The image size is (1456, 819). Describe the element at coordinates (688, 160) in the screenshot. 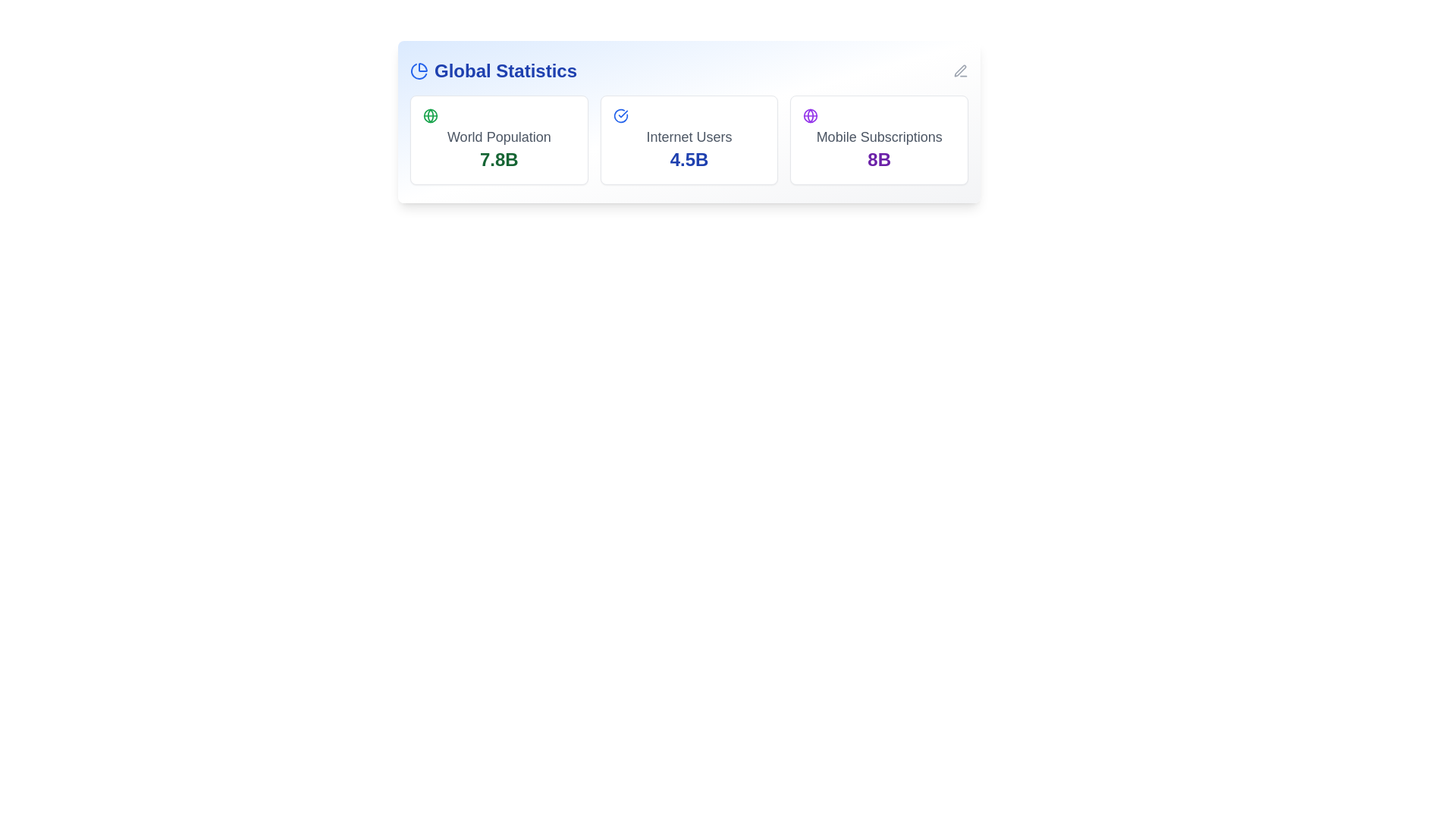

I see `the text display showing '4.5B' in bold blue font, located under the title 'Internet Users' in the card layout` at that location.